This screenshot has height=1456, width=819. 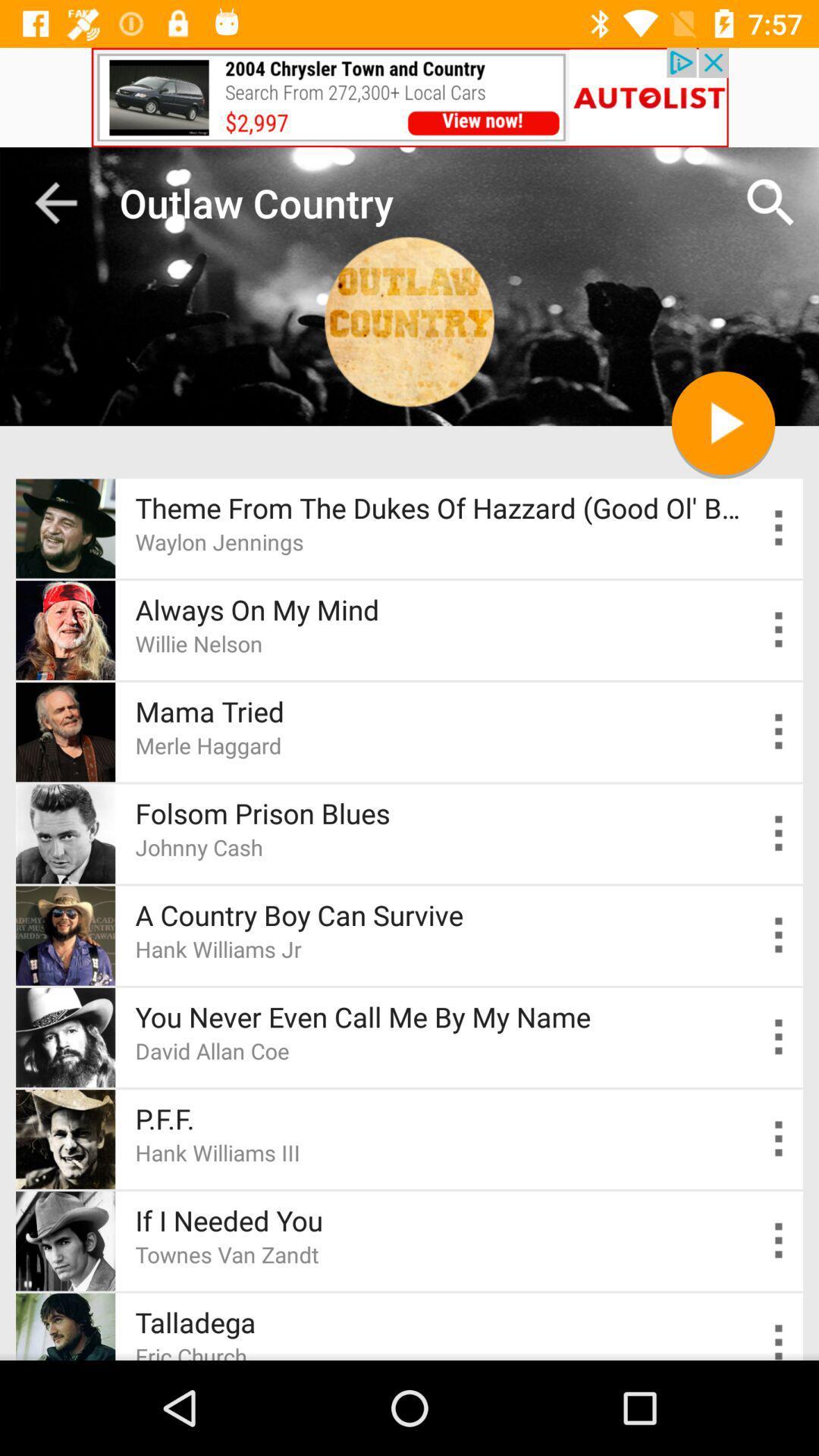 I want to click on more options, so click(x=779, y=1339).